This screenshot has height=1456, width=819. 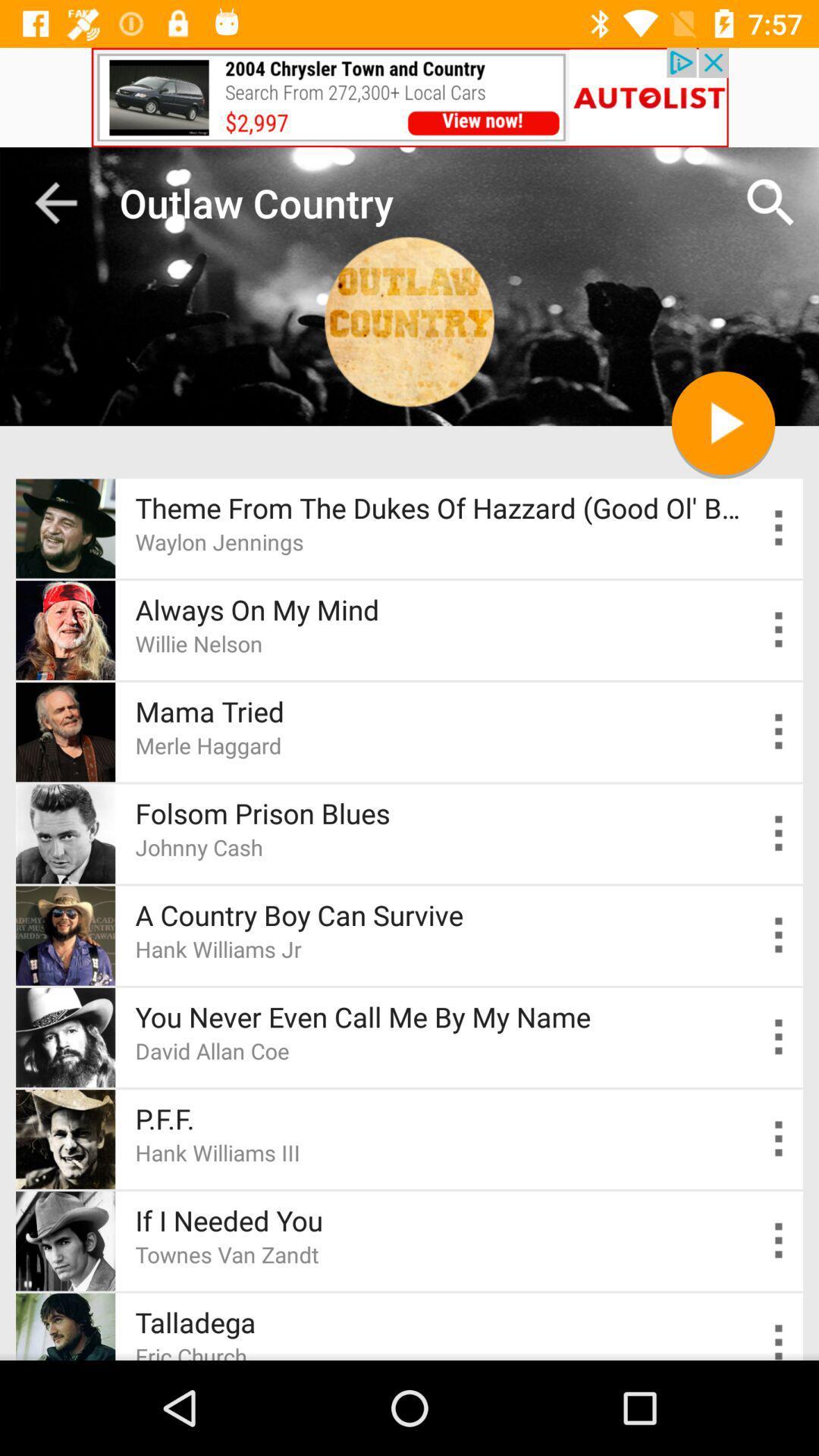 I want to click on more options, so click(x=779, y=1339).